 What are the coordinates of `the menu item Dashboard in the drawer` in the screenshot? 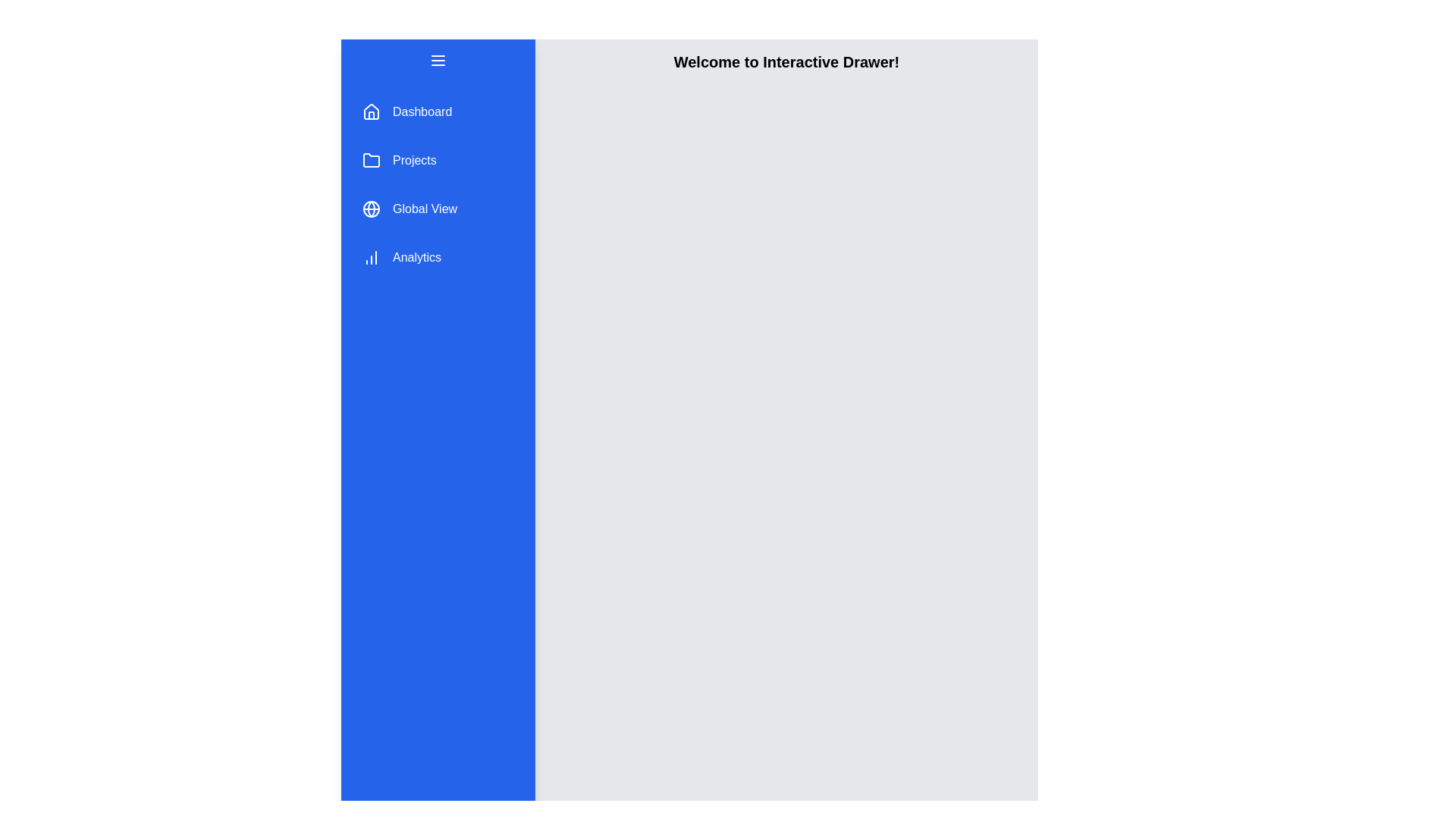 It's located at (437, 111).